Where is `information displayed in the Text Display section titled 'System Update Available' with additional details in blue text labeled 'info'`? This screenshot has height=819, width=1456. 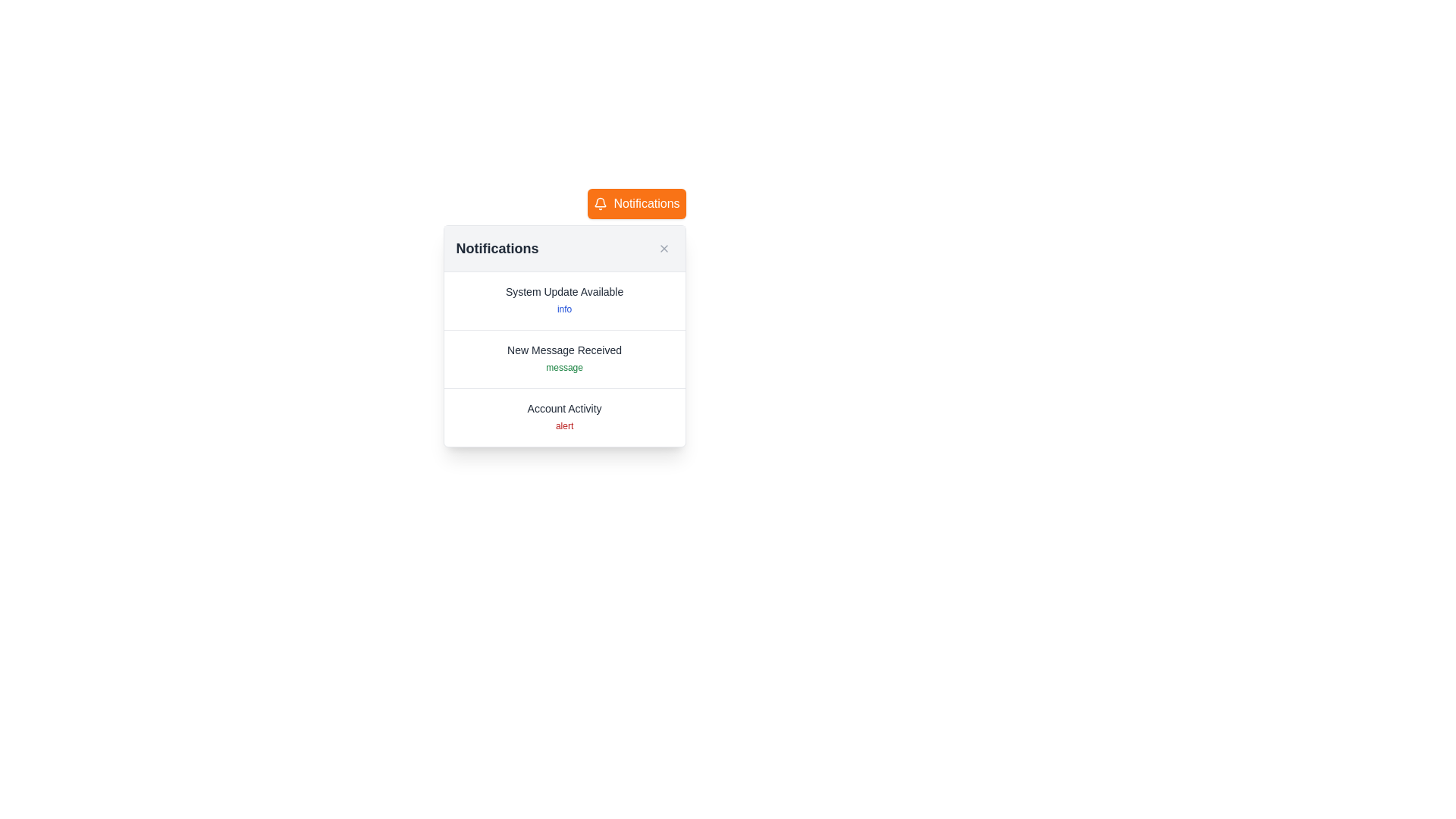 information displayed in the Text Display section titled 'System Update Available' with additional details in blue text labeled 'info' is located at coordinates (563, 301).